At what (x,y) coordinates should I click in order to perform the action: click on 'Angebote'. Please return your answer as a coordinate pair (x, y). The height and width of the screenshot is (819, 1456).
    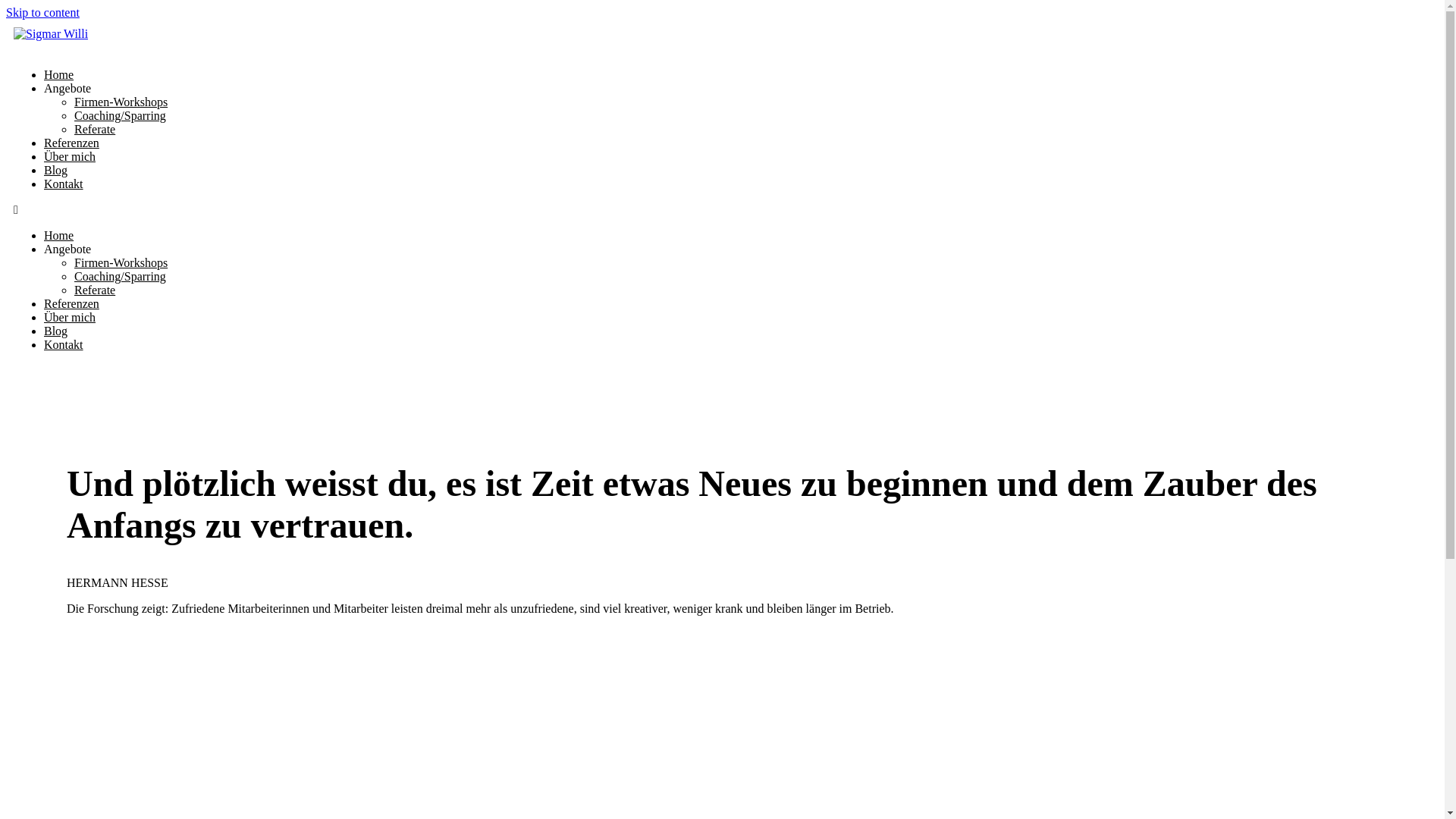
    Looking at the image, I should click on (67, 88).